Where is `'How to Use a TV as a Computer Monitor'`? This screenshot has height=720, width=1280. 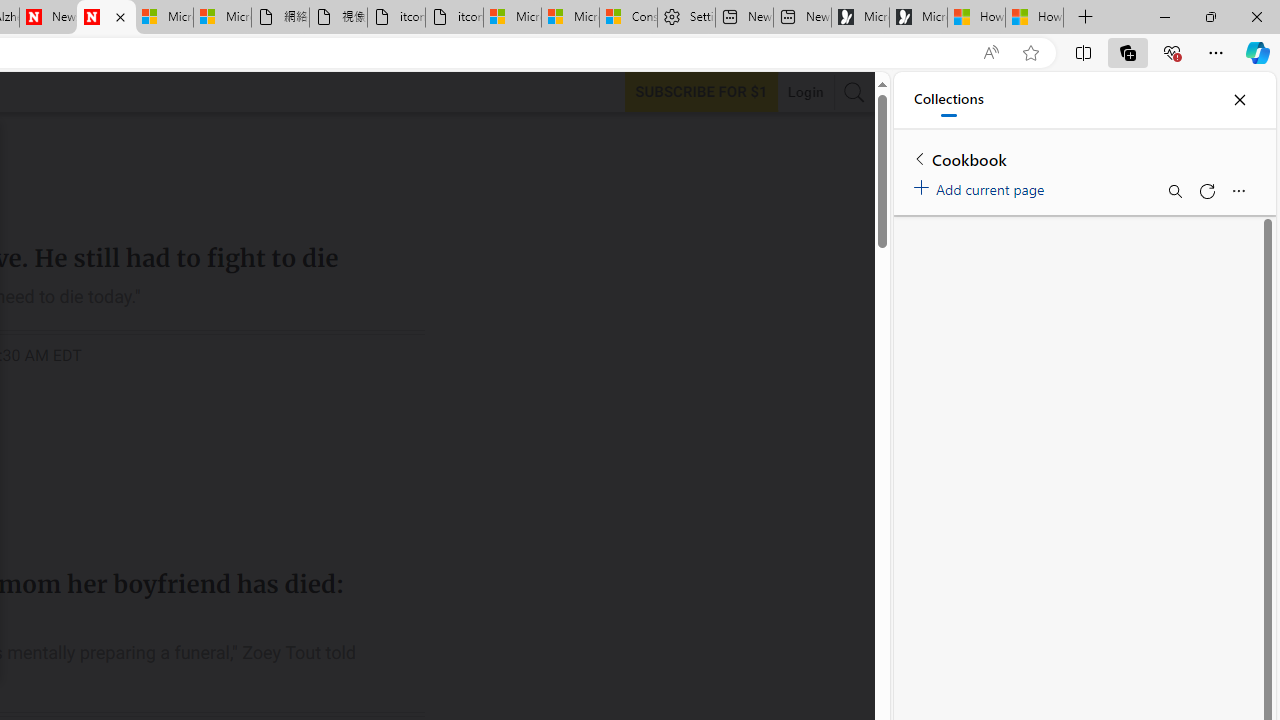 'How to Use a TV as a Computer Monitor' is located at coordinates (1034, 17).